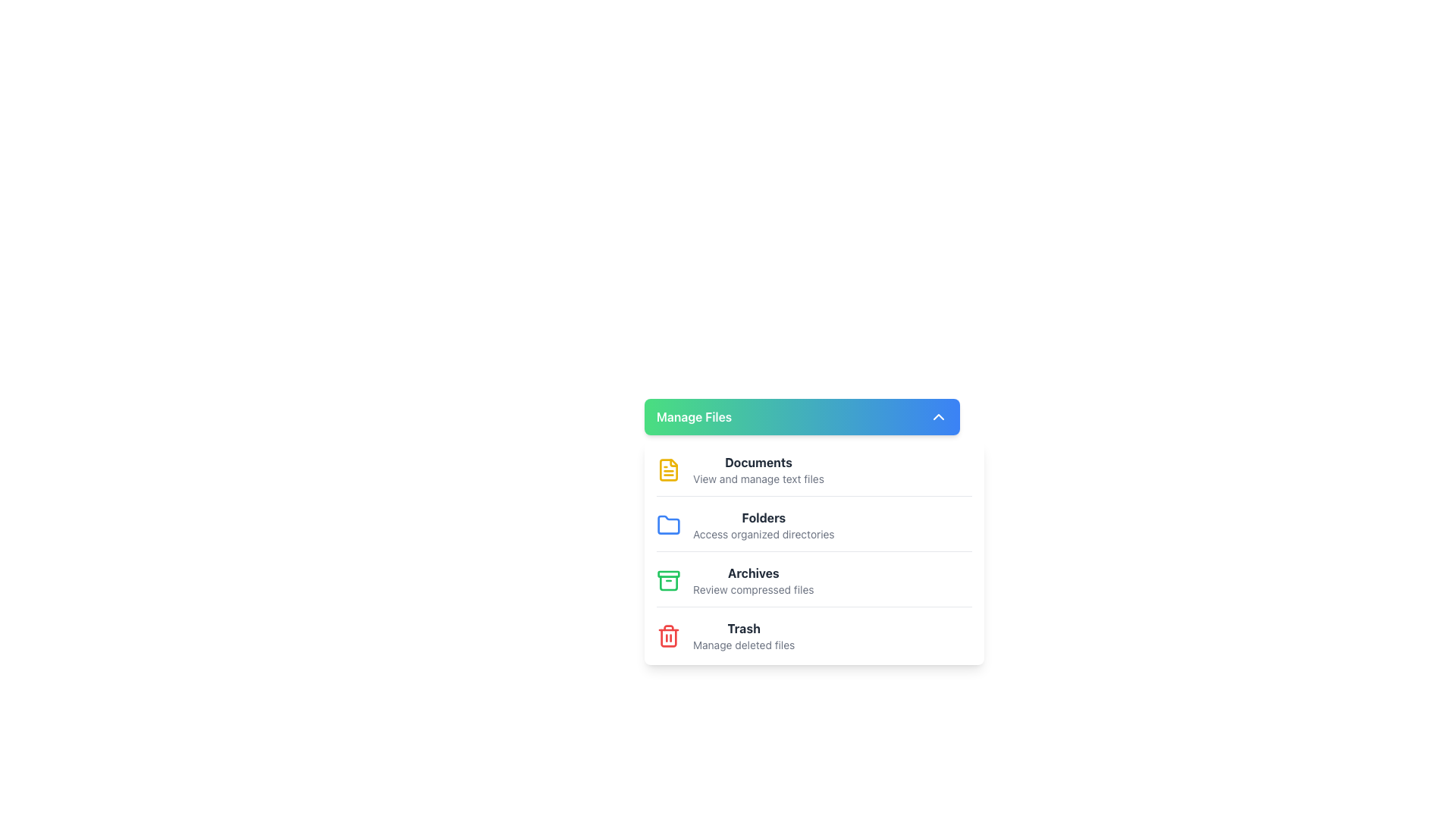 The height and width of the screenshot is (819, 1456). I want to click on the explanatory text element that provides context for the 'Documents' section, located below the 'Documents' header, so click(758, 479).